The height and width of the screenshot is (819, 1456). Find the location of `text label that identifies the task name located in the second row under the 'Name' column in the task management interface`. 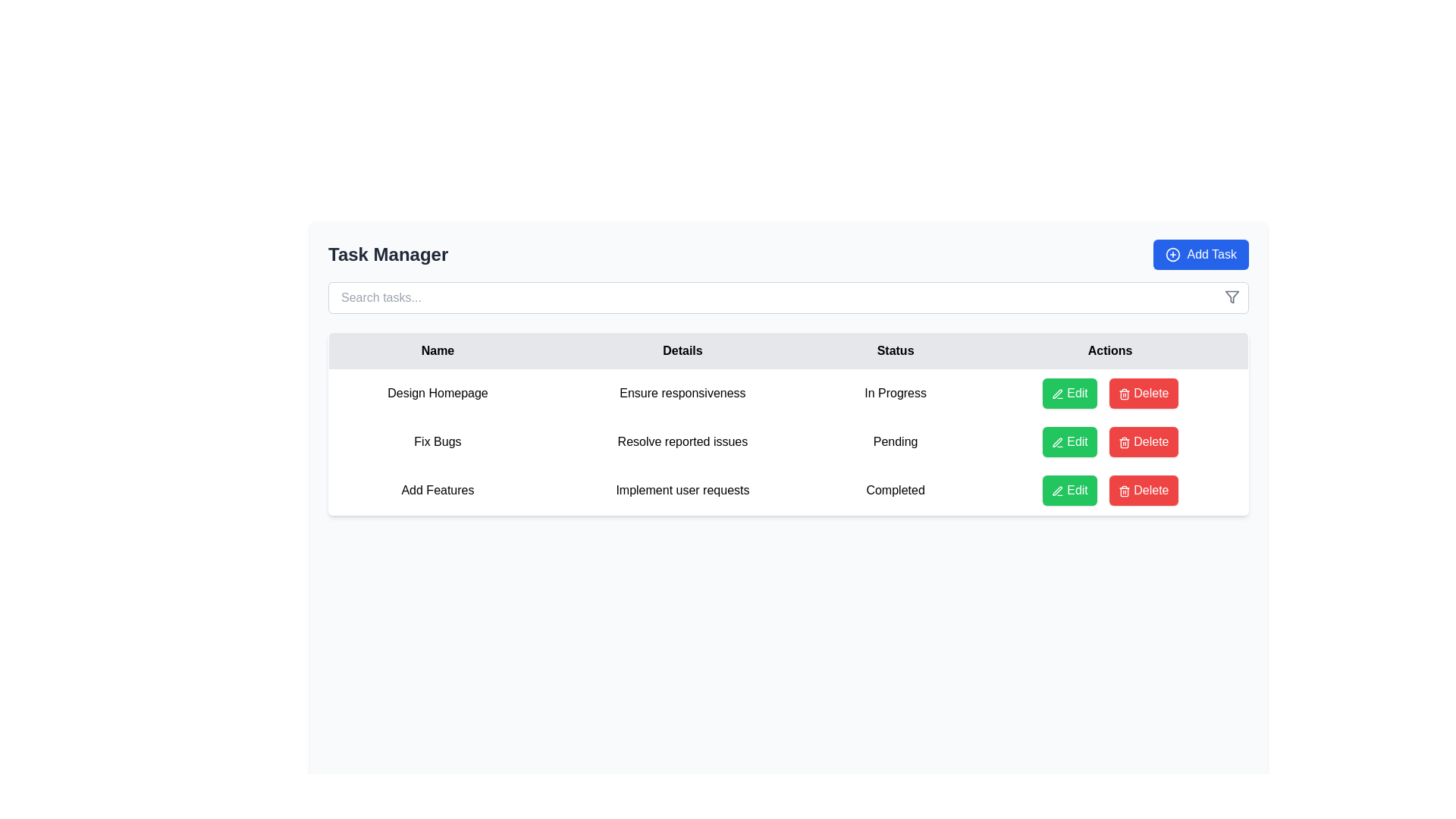

text label that identifies the task name located in the second row under the 'Name' column in the task management interface is located at coordinates (437, 441).